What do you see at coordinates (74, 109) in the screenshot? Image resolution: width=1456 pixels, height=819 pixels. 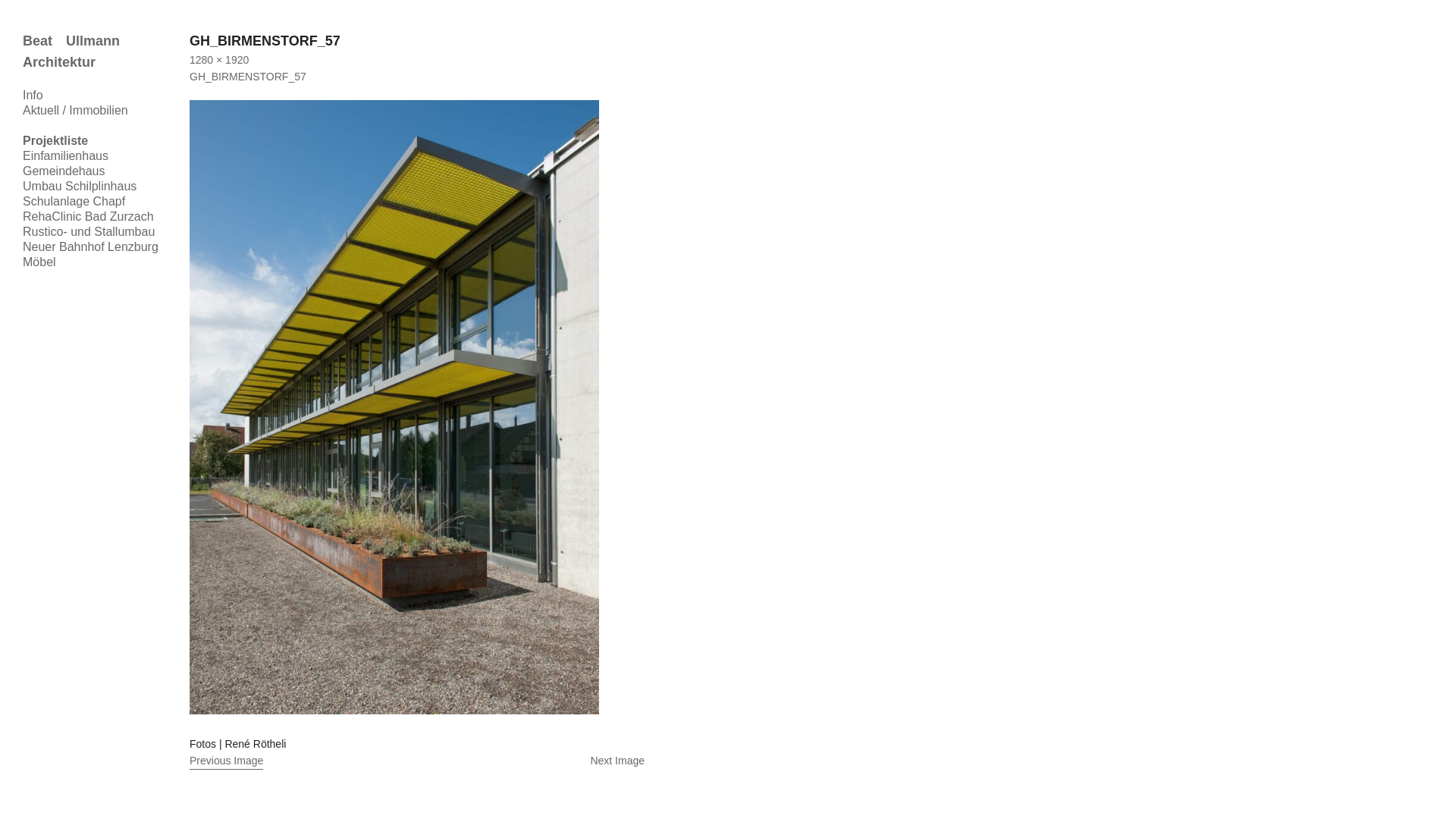 I see `'Aktuell / Immobilien'` at bounding box center [74, 109].